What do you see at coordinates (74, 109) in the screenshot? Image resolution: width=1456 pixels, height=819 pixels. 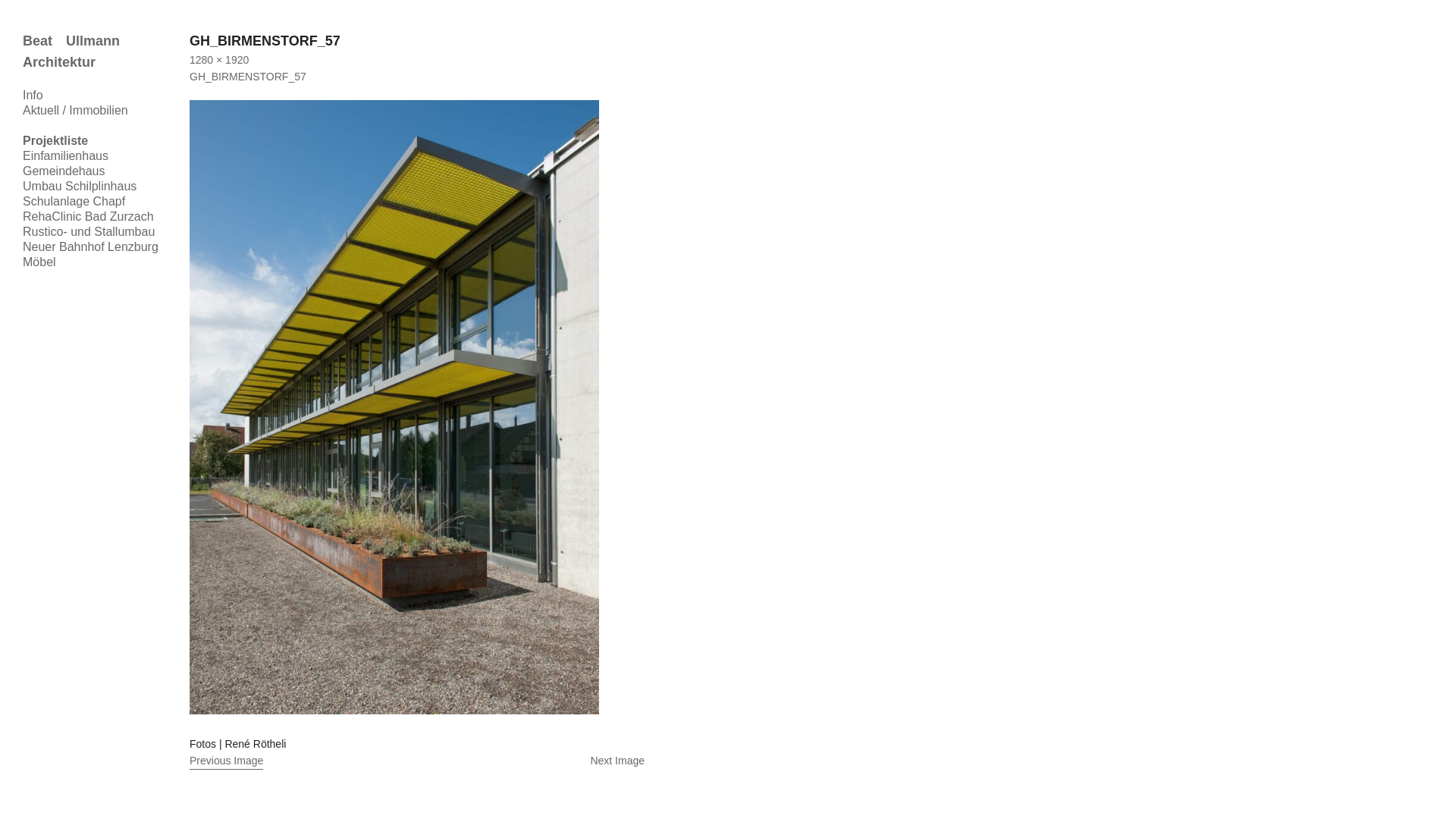 I see `'Aktuell / Immobilien'` at bounding box center [74, 109].